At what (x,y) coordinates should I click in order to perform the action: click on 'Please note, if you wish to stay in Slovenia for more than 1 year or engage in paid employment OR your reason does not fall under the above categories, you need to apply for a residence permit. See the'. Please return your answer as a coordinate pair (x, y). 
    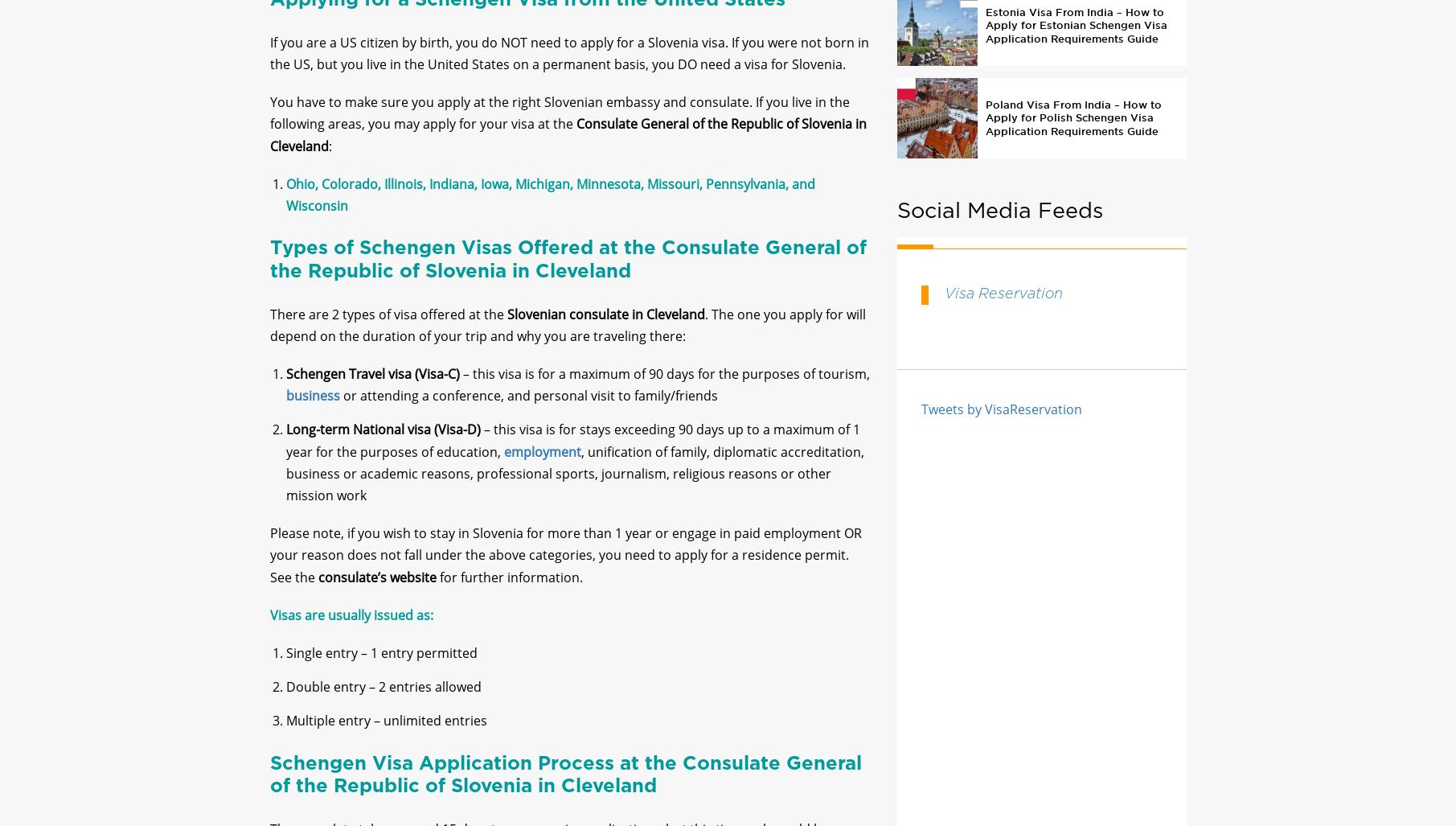
    Looking at the image, I should click on (269, 568).